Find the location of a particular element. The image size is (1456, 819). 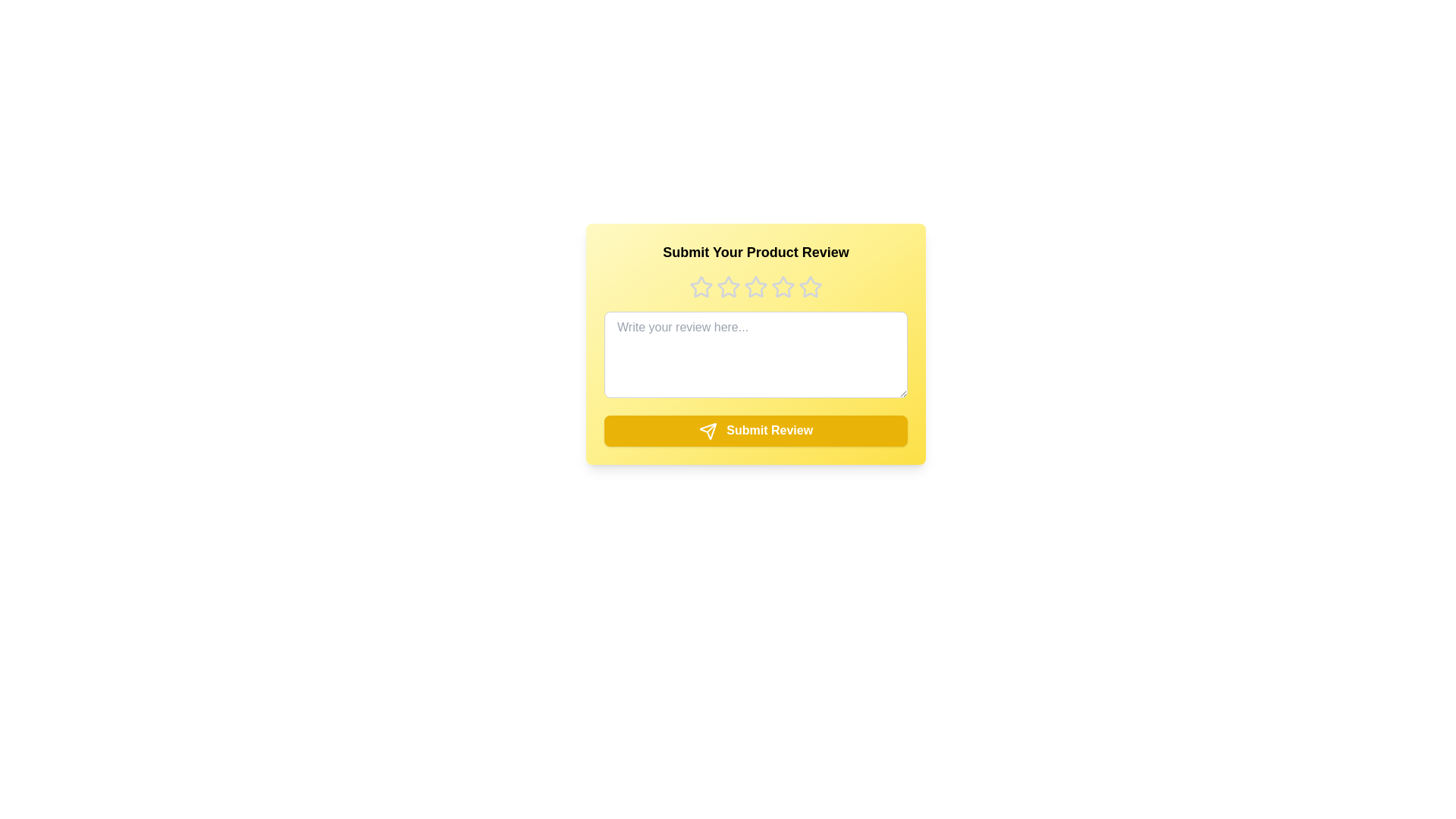

the first star icon in the rating system to indicate selection is located at coordinates (701, 287).